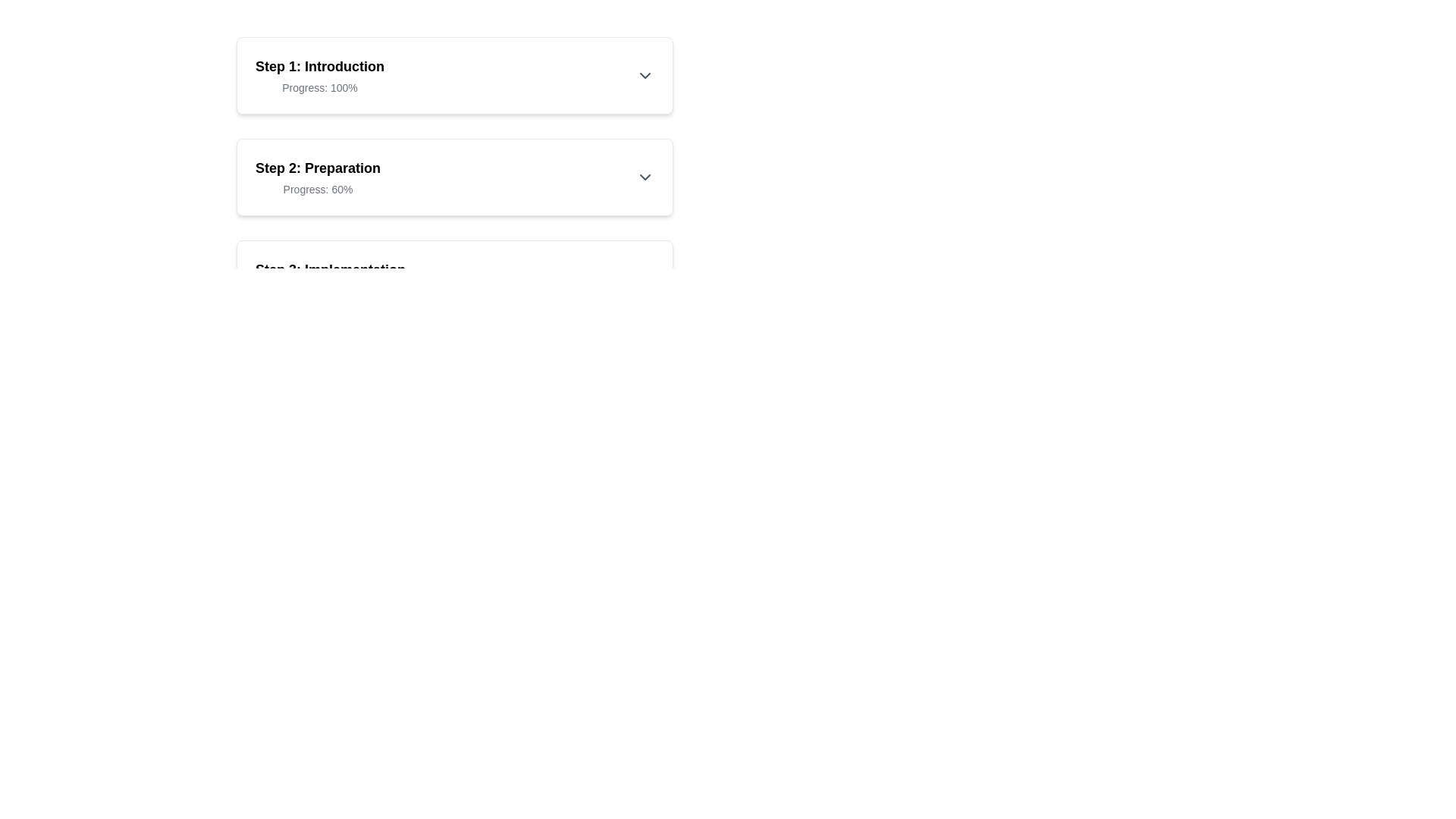  Describe the element at coordinates (319, 87) in the screenshot. I see `the text label displaying 'Progress: 100%' which is located below the heading 'Step 1: Introduction'` at that location.